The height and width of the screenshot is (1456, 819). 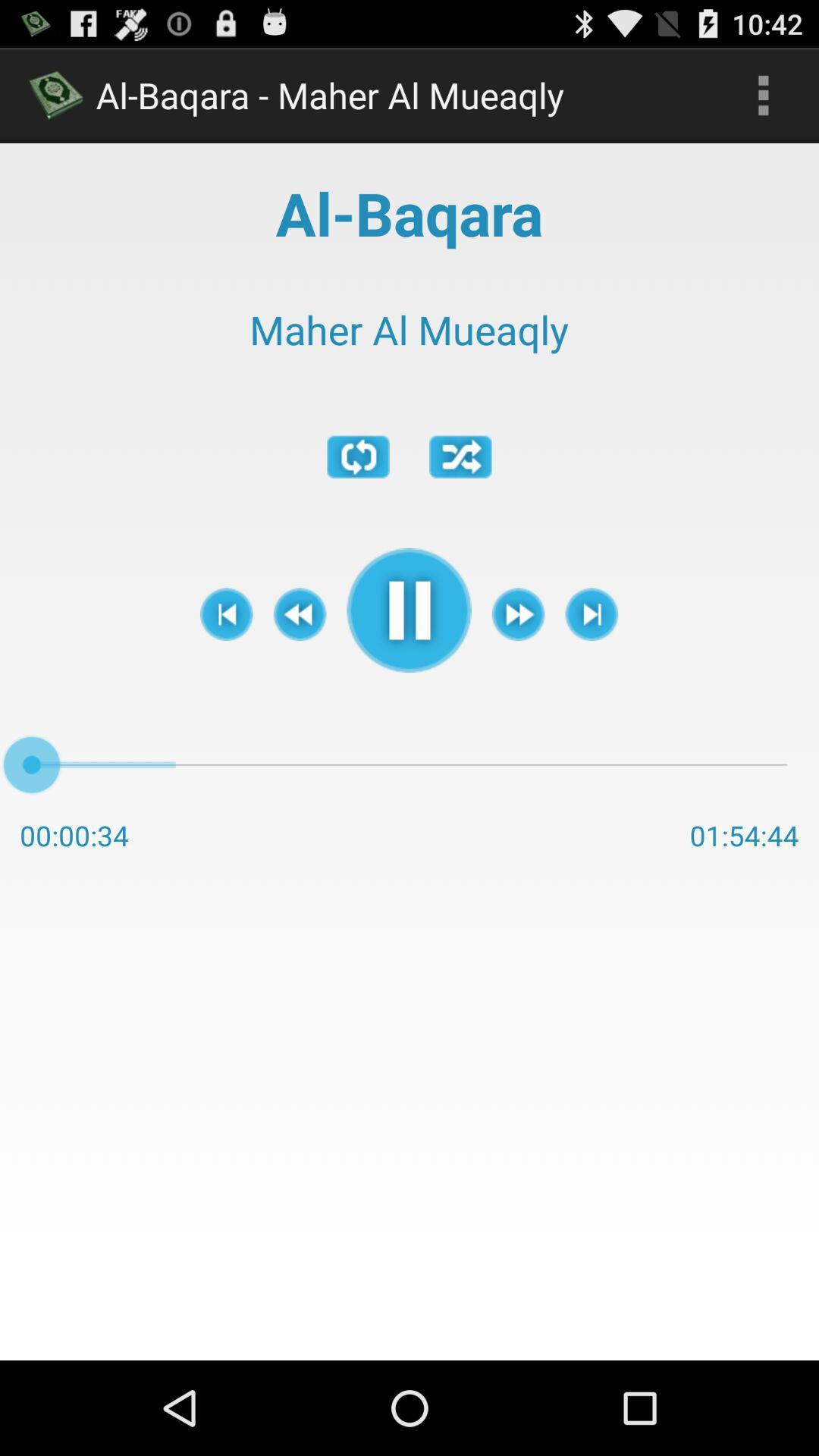 What do you see at coordinates (517, 657) in the screenshot?
I see `the av_forward icon` at bounding box center [517, 657].